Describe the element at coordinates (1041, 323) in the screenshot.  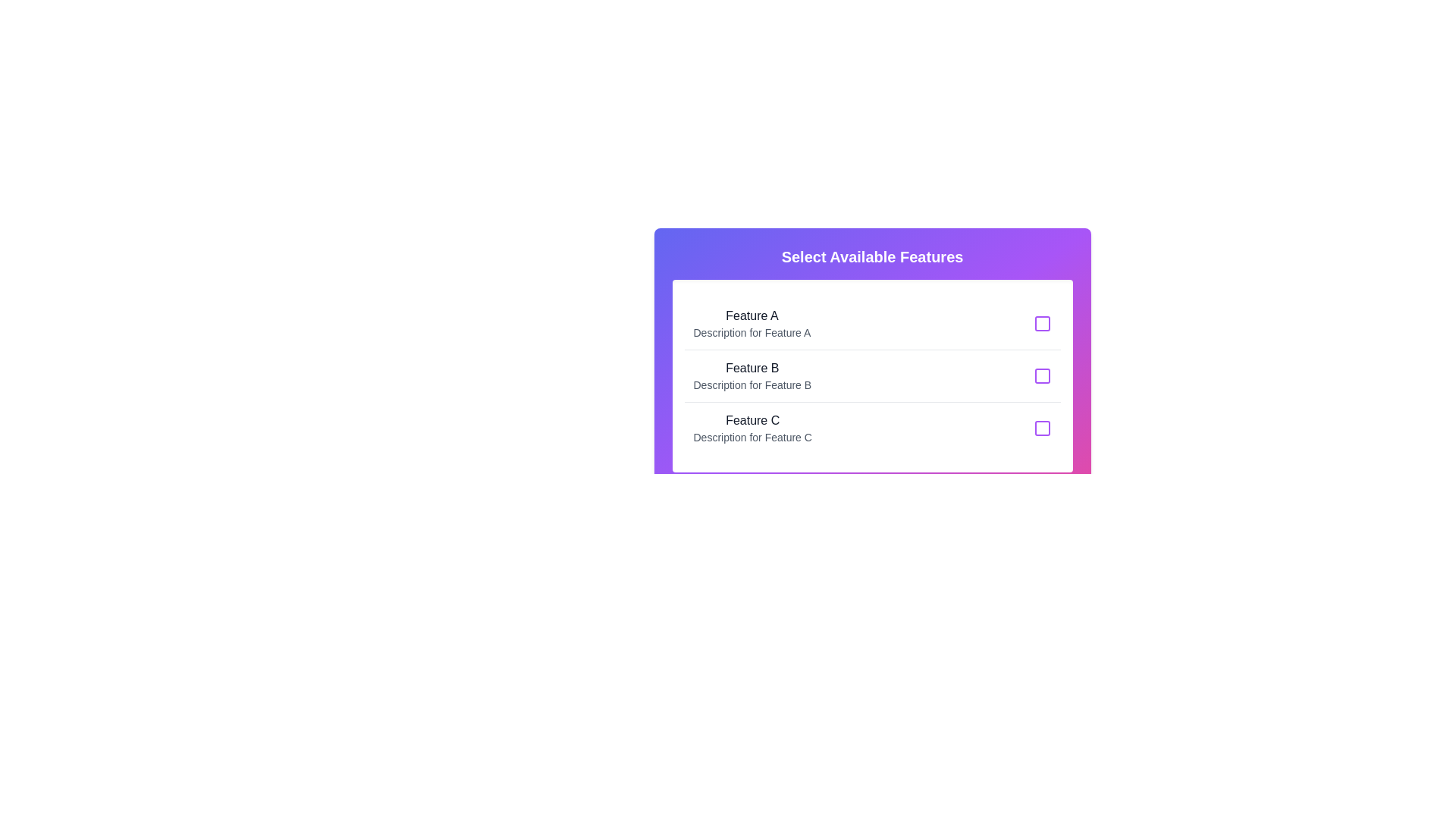
I see `the checkbox indicator located in the upper-right corner of the first row of the feature list for more information` at that location.